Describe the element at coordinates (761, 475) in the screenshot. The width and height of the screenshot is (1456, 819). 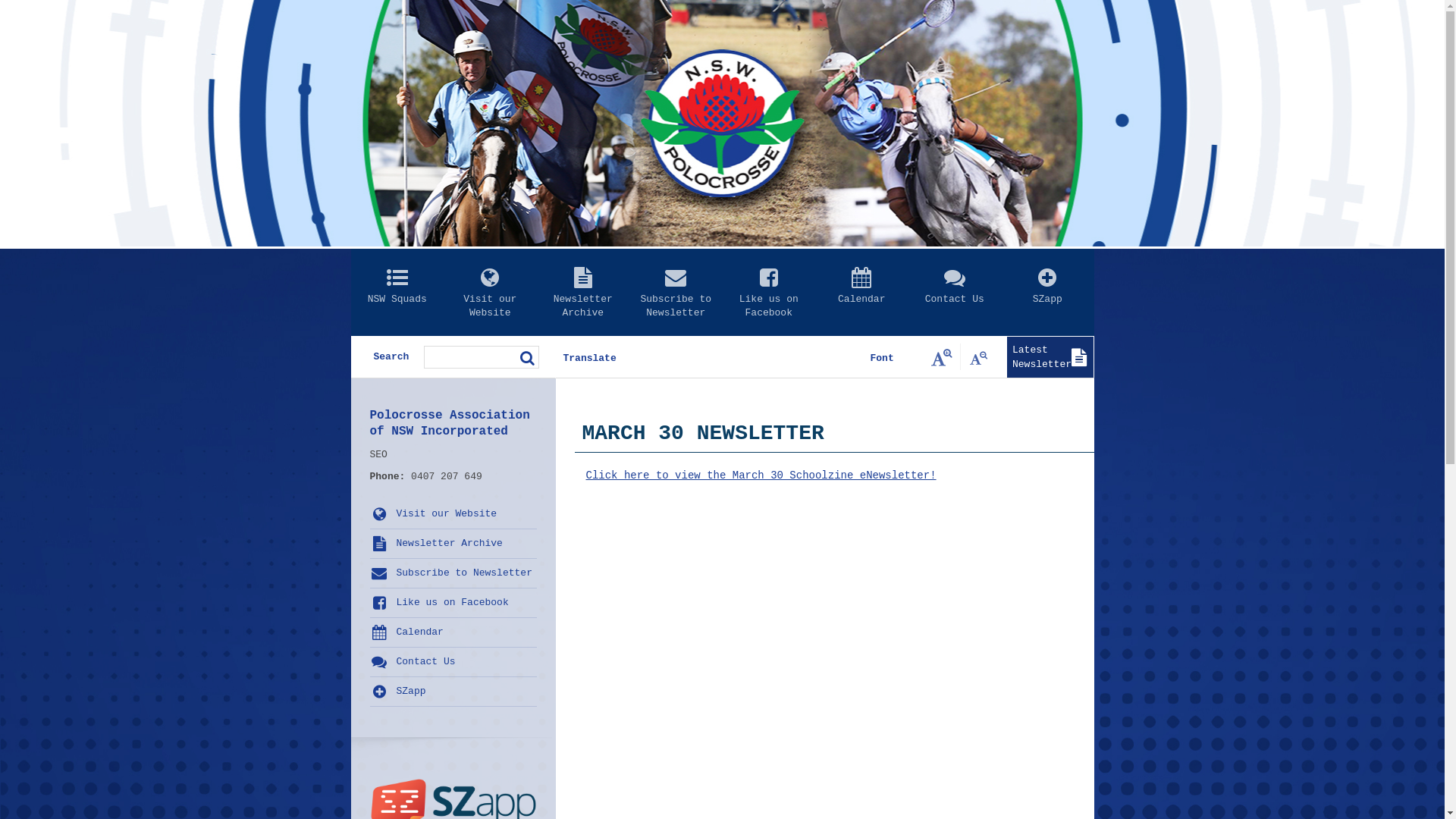
I see `'Click here to view the March 30 Schoolzine eNewsletter!'` at that location.